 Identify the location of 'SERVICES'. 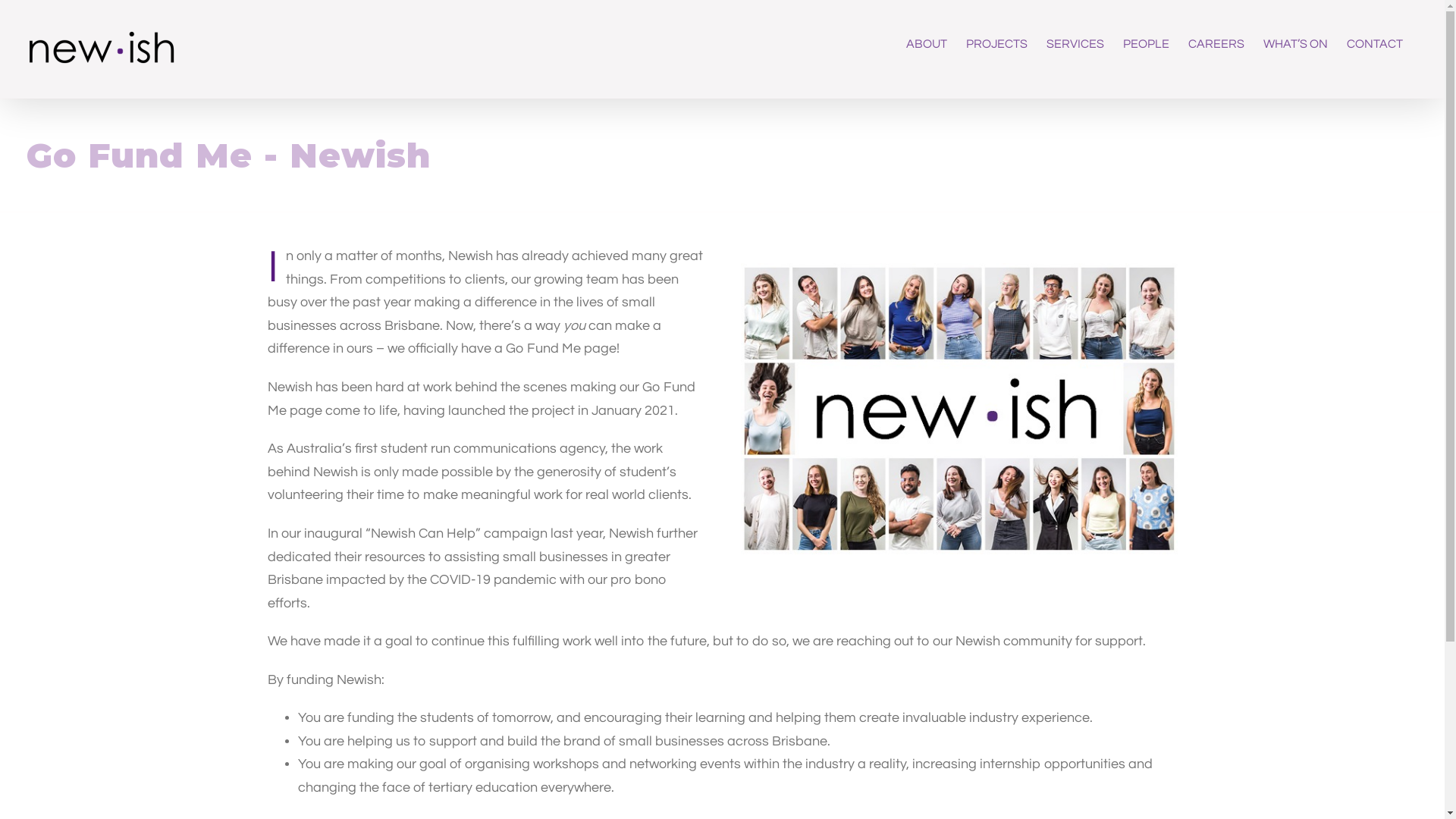
(1074, 42).